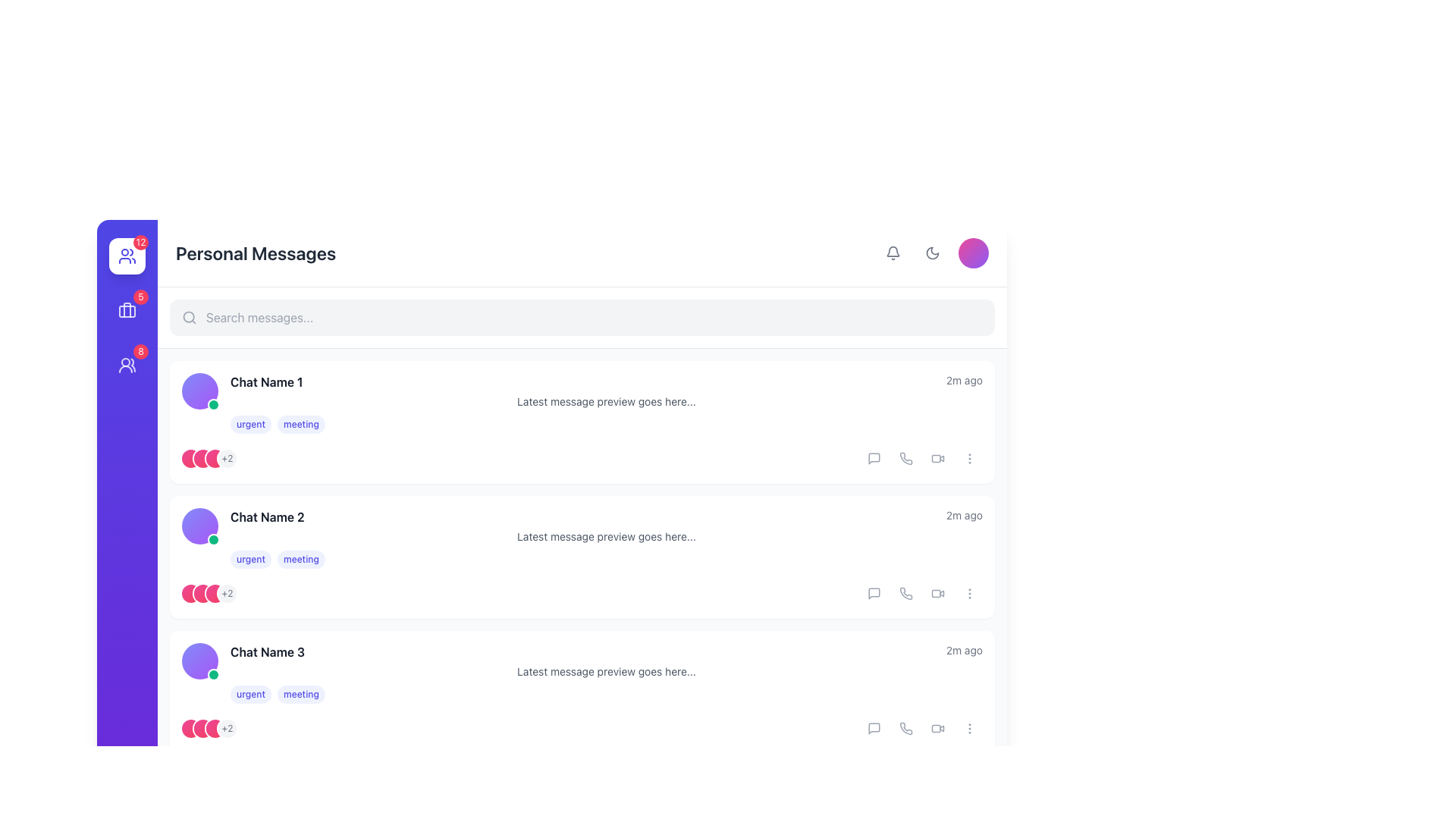  What do you see at coordinates (874, 458) in the screenshot?
I see `the speech bubble icon located on the right side of the 'Chat Name 1' section` at bounding box center [874, 458].